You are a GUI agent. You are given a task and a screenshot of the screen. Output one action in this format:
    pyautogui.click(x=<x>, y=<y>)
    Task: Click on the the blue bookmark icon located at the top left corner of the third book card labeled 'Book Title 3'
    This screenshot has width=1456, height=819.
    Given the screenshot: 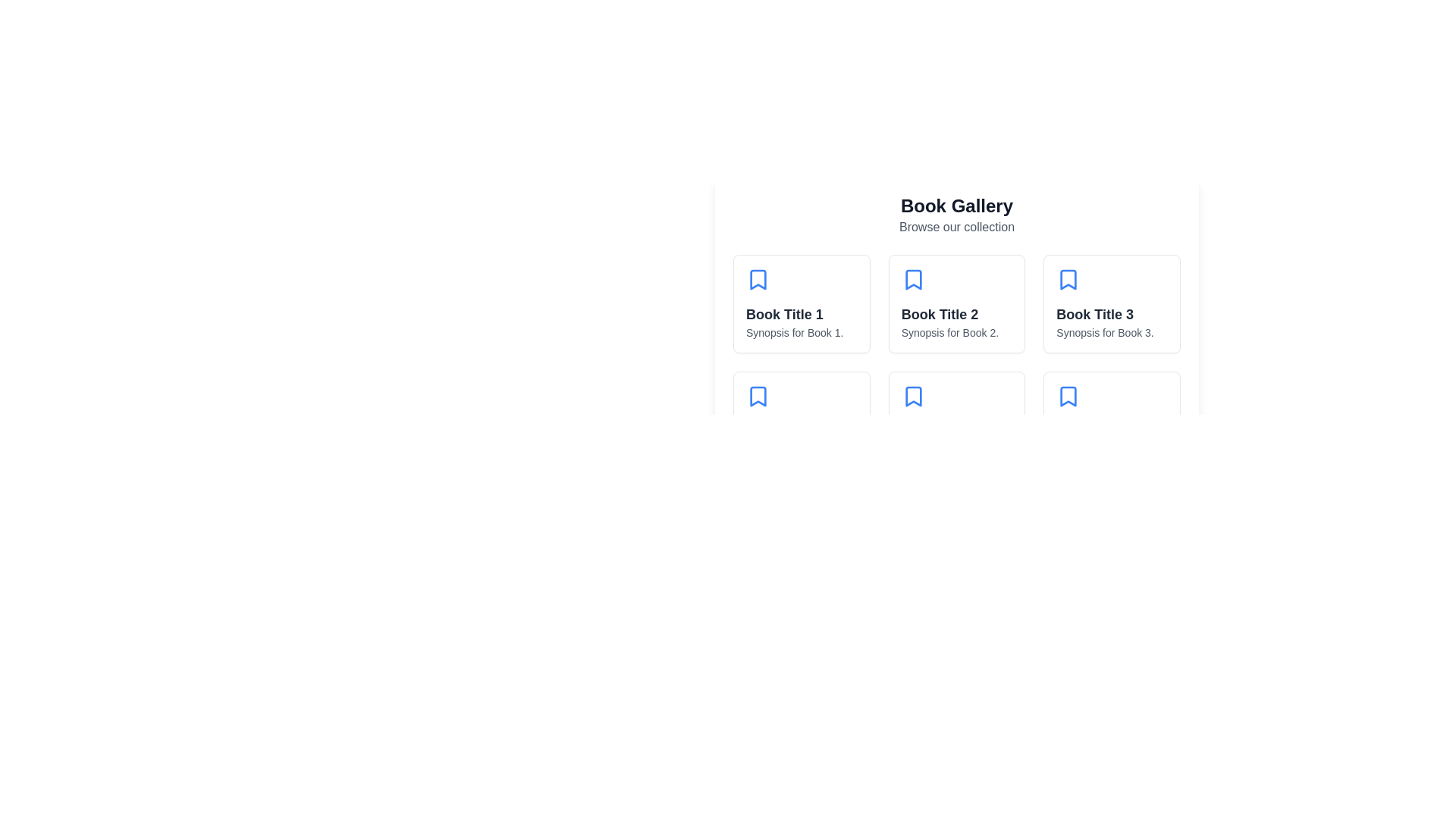 What is the action you would take?
    pyautogui.click(x=1068, y=280)
    